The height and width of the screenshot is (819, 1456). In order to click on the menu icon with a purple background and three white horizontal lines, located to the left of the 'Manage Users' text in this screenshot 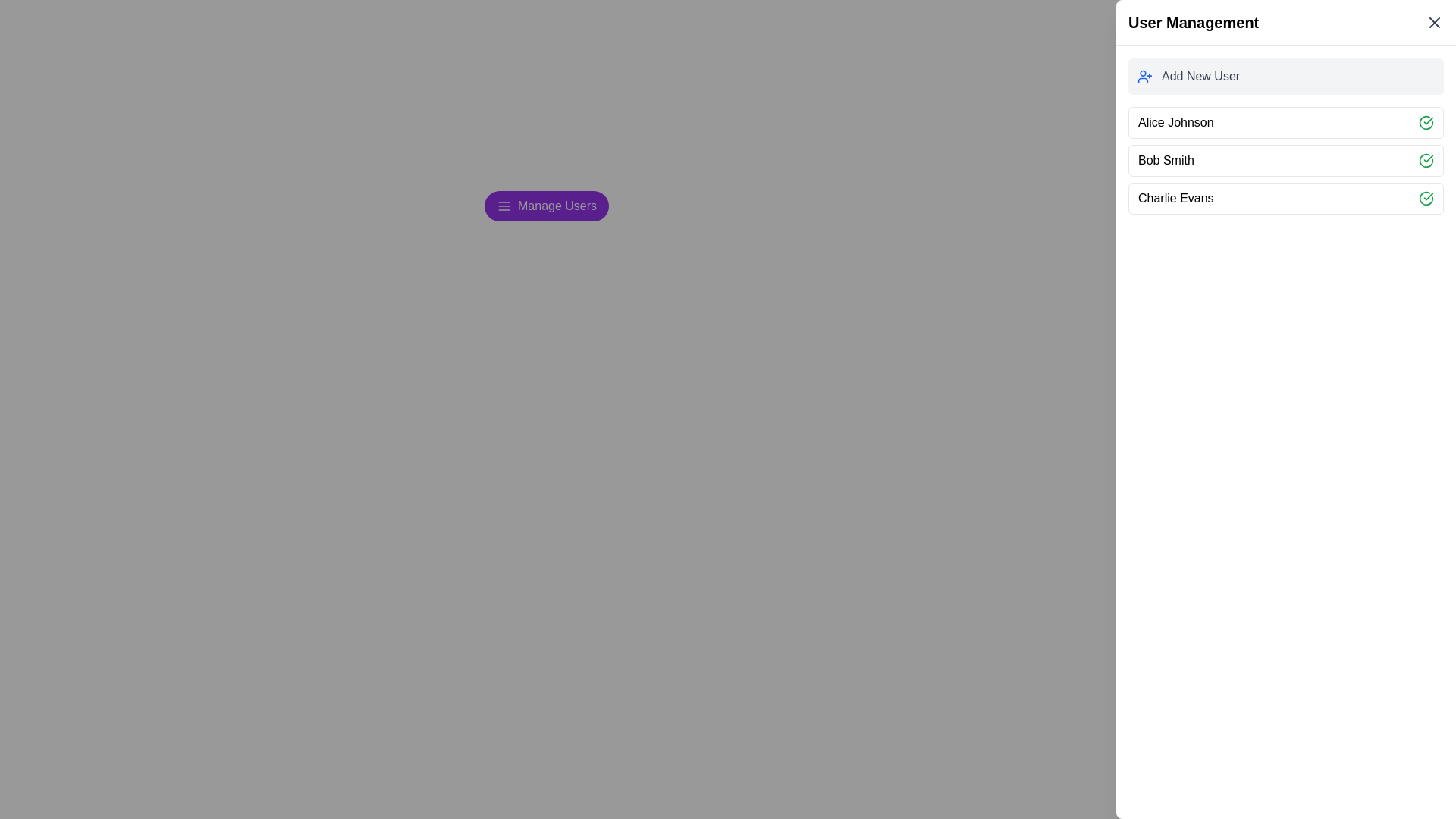, I will do `click(504, 206)`.